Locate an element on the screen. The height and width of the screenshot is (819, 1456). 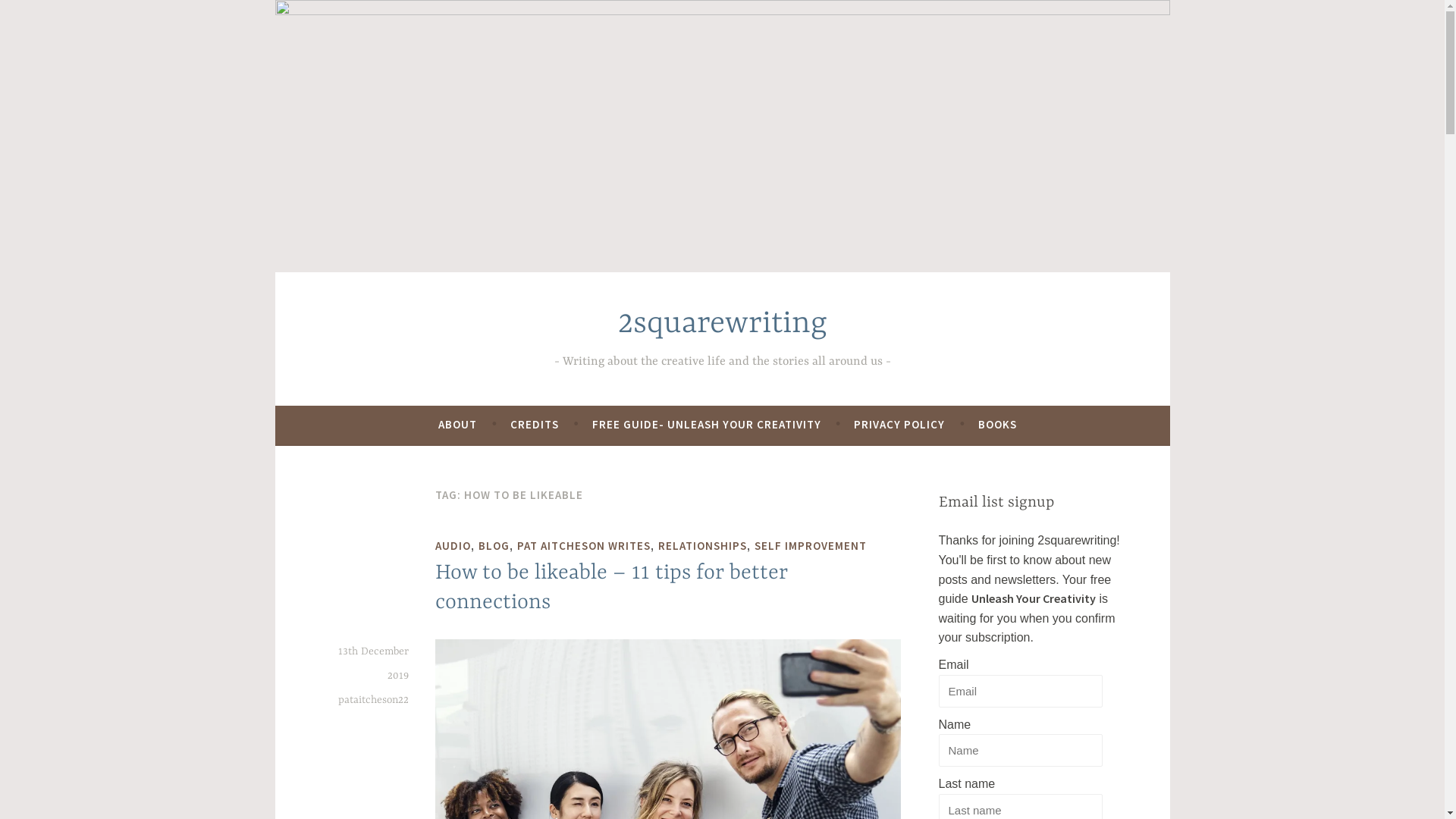
'FREE GUIDE- UNLEASH YOUR CREATIVITY' is located at coordinates (705, 424).